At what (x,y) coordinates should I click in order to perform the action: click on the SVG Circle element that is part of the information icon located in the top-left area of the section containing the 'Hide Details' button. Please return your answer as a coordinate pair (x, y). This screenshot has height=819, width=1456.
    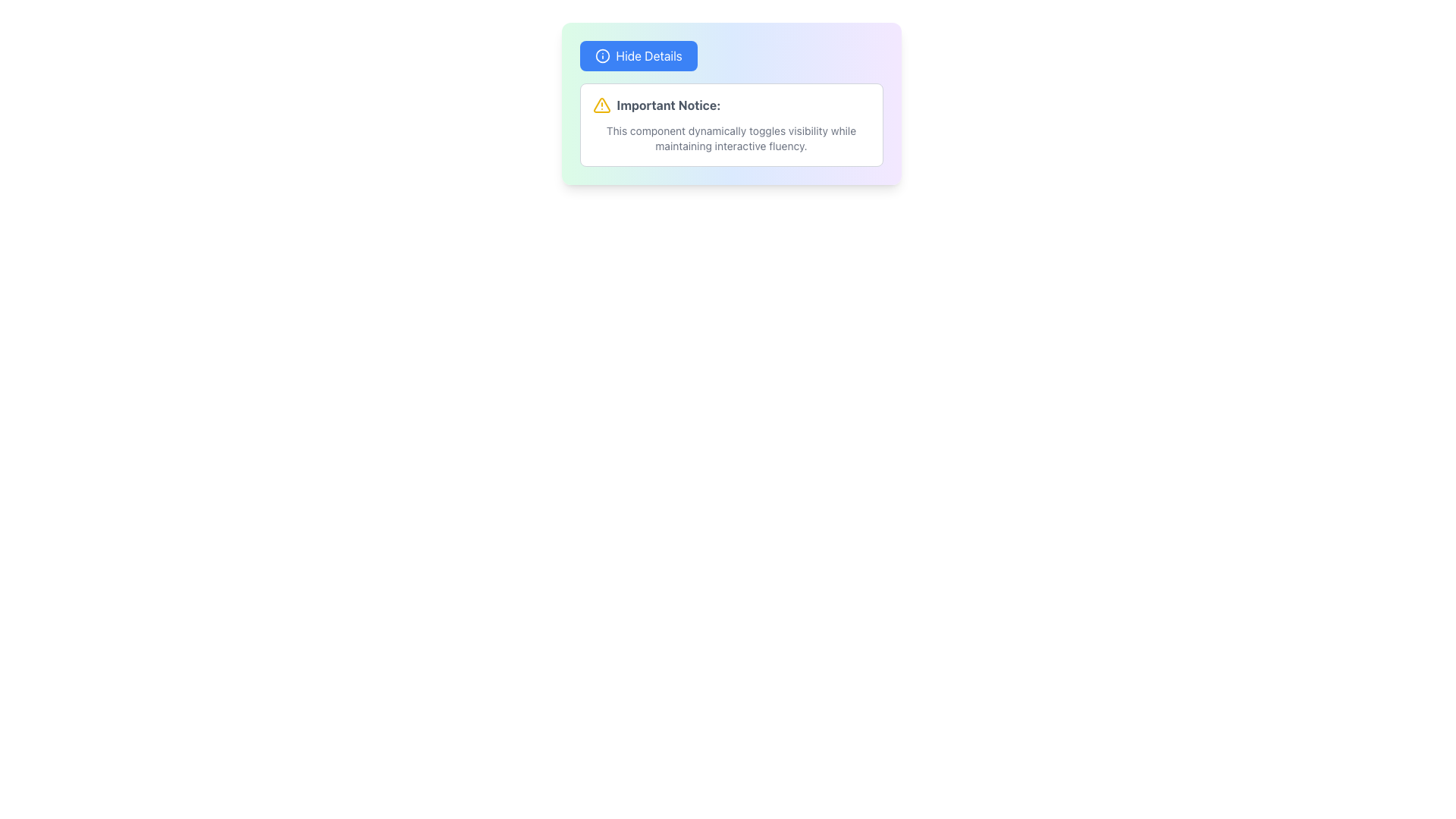
    Looking at the image, I should click on (601, 55).